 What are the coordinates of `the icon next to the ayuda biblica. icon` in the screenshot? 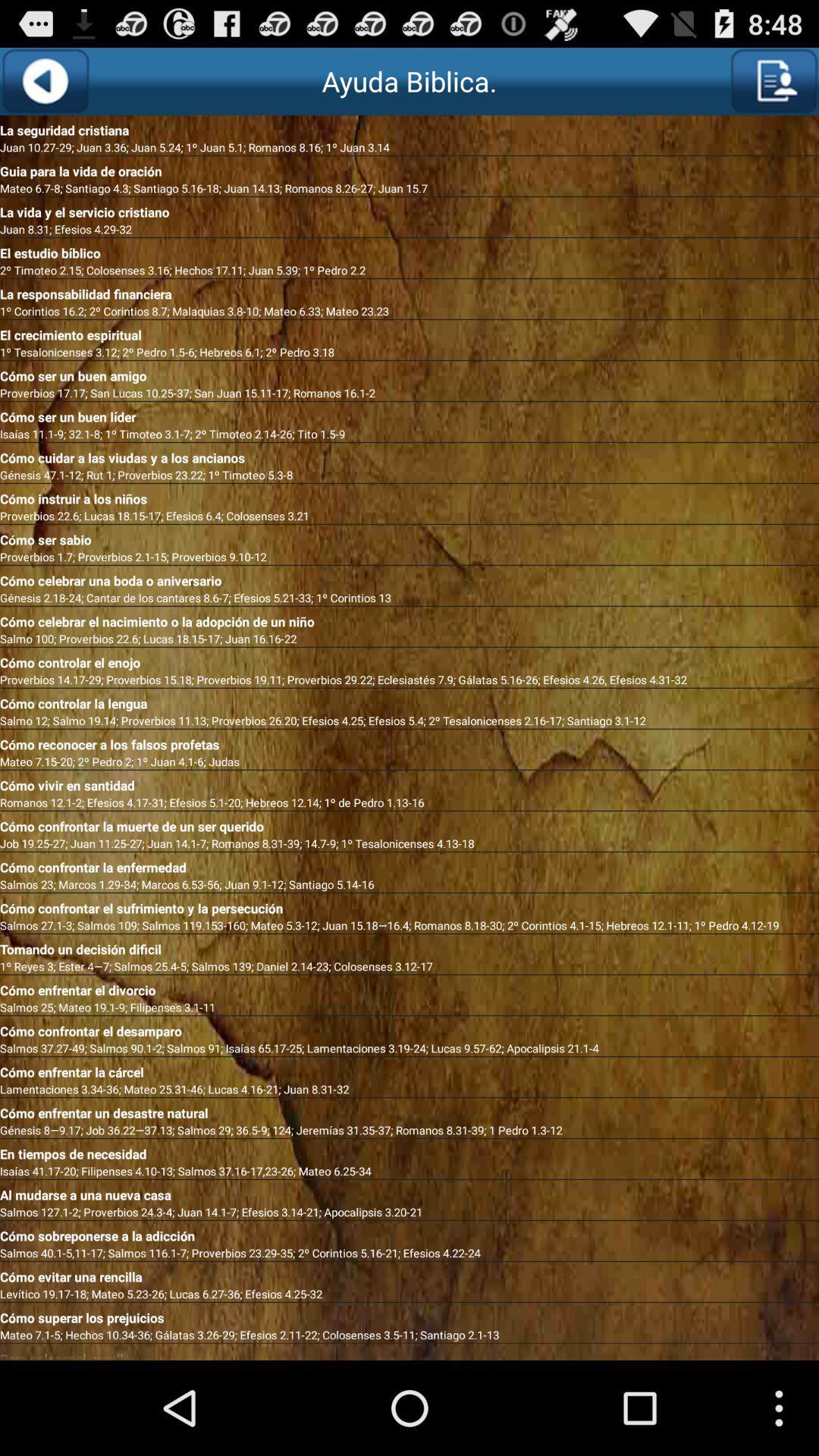 It's located at (44, 80).